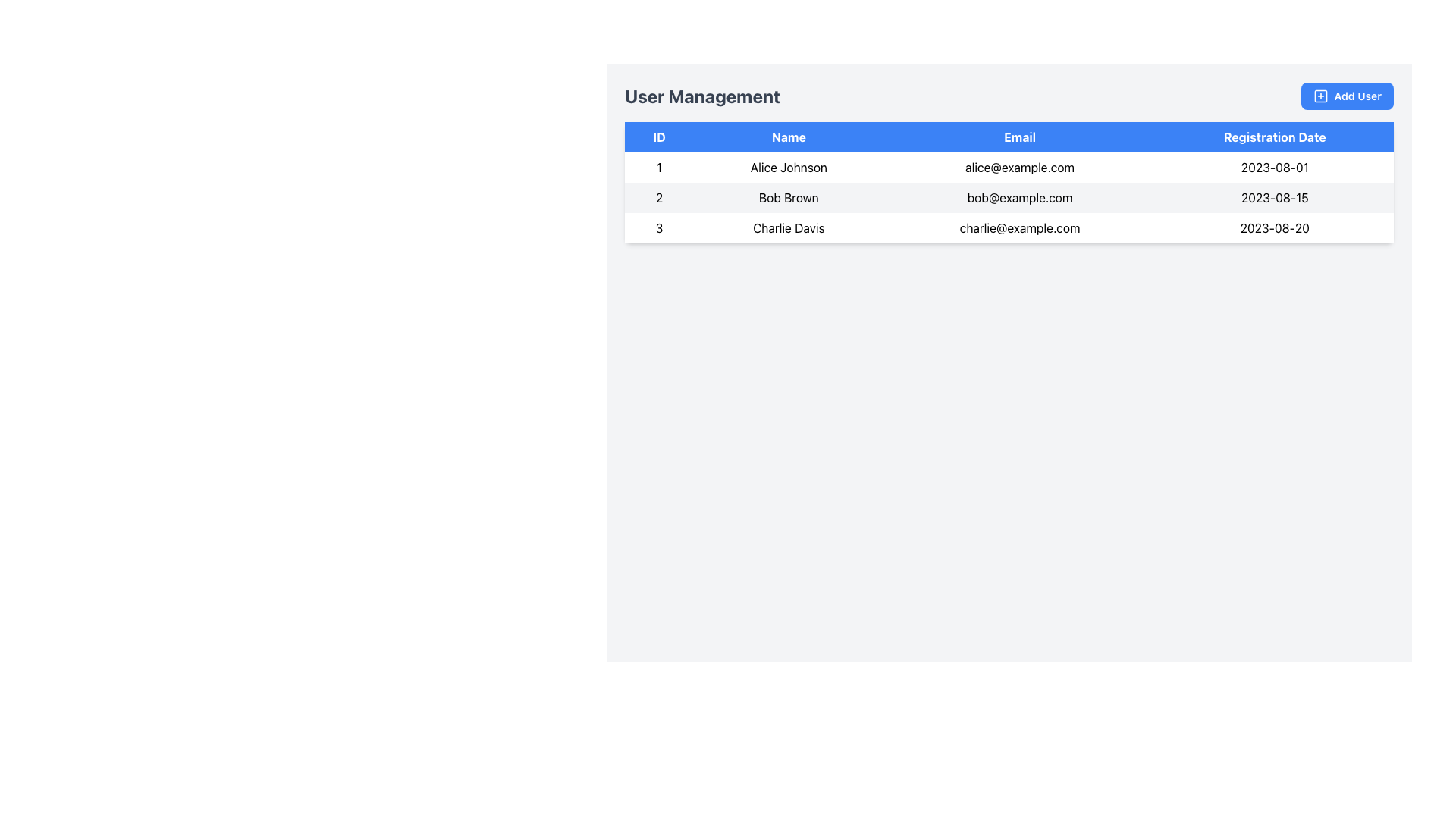 Image resolution: width=1456 pixels, height=819 pixels. What do you see at coordinates (789, 167) in the screenshot?
I see `the text label displaying 'Alice Johnson' located in the second column under the header 'Name' in the first row of the table` at bounding box center [789, 167].